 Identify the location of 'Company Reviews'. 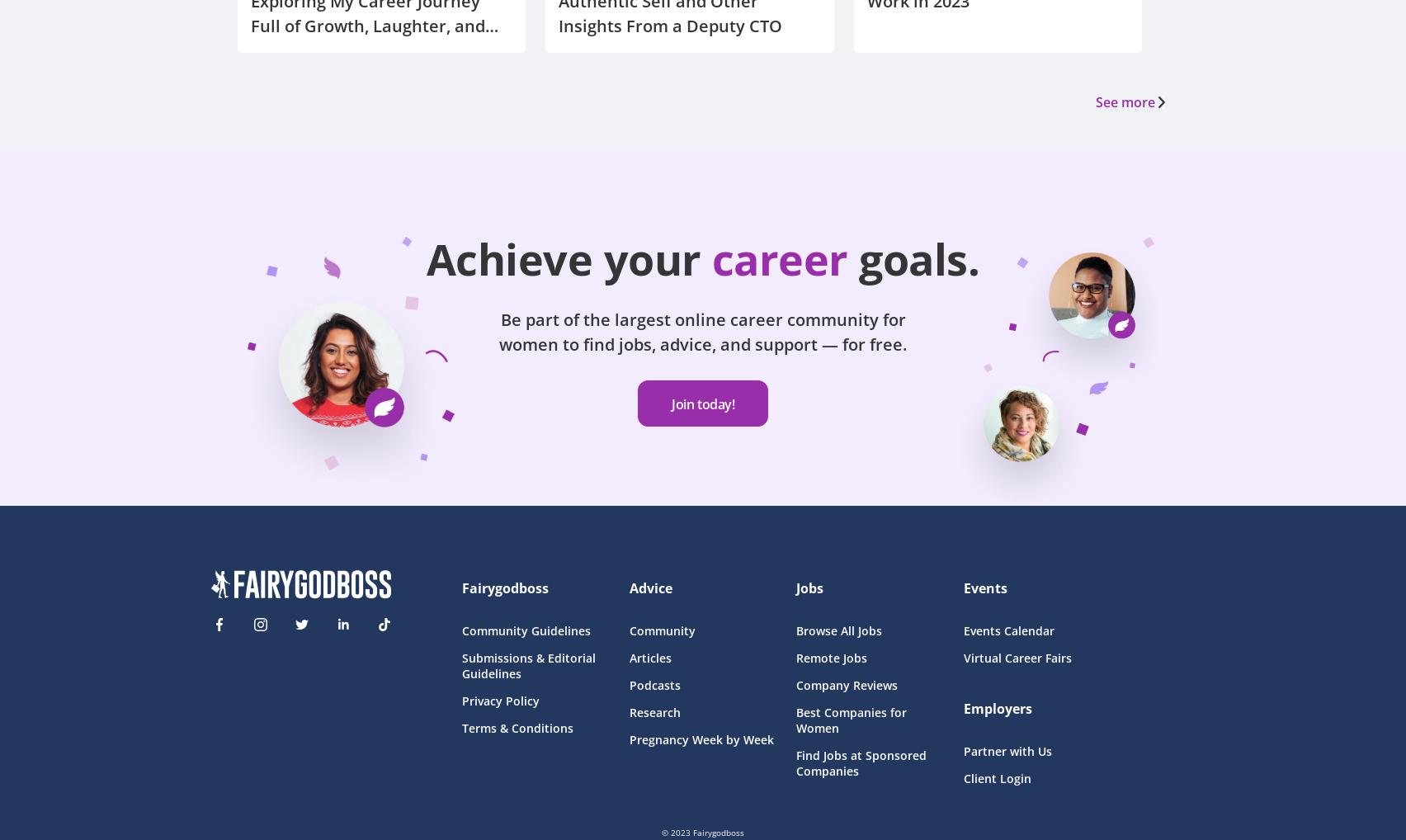
(795, 683).